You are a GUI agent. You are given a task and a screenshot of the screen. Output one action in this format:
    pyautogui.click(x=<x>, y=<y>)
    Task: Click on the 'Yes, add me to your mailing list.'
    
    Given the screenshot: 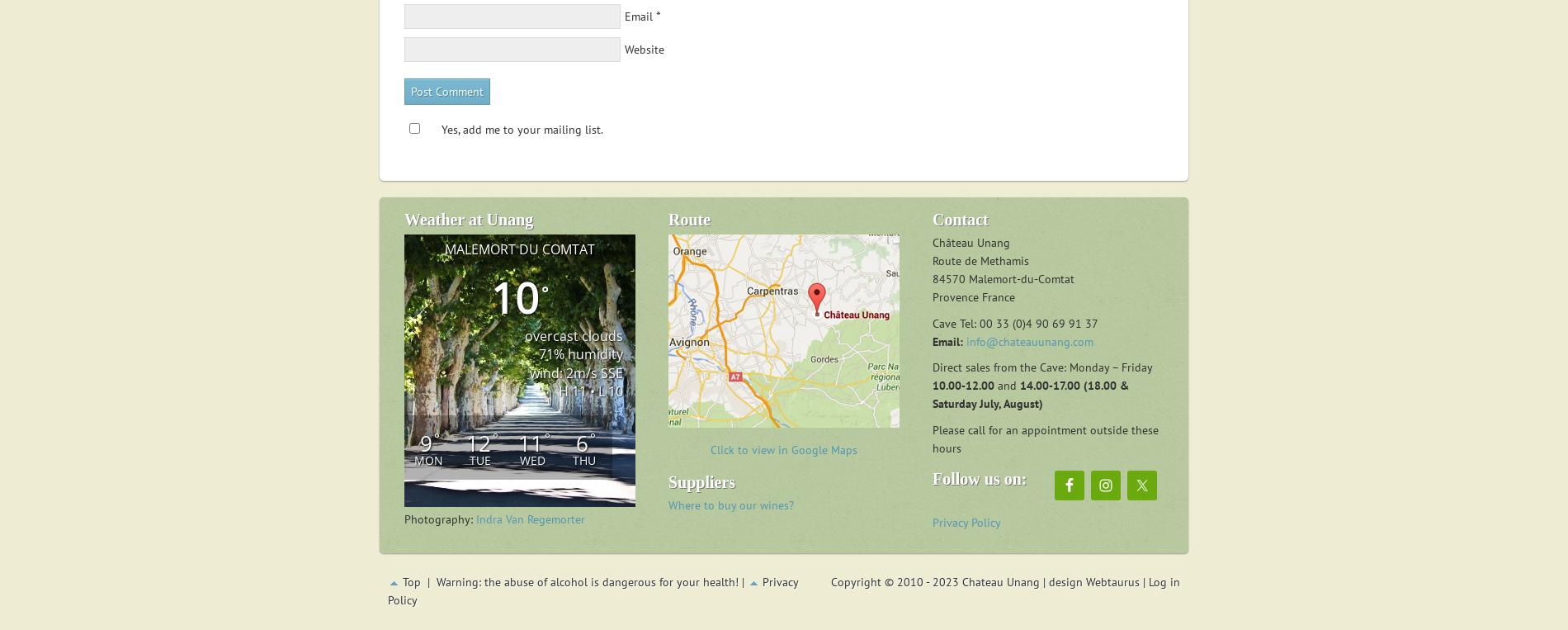 What is the action you would take?
    pyautogui.click(x=442, y=129)
    